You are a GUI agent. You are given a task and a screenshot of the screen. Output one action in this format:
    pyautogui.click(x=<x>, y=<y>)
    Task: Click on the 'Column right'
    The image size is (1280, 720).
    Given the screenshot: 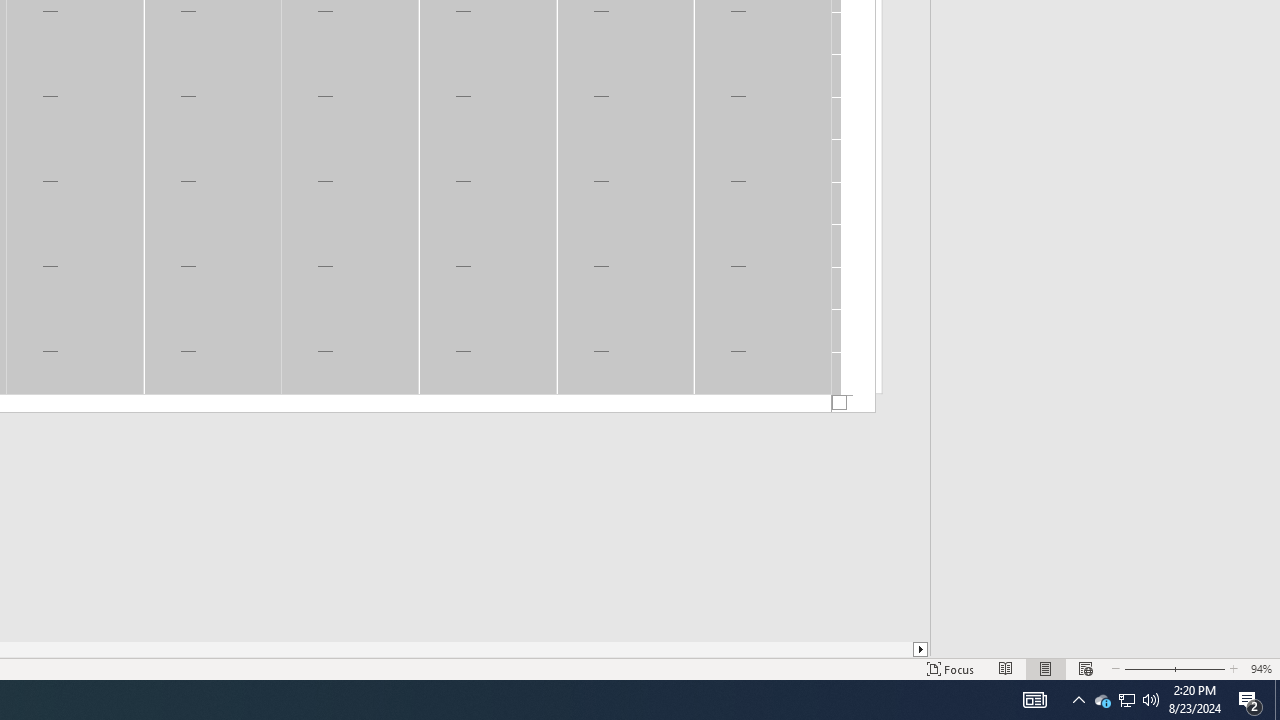 What is the action you would take?
    pyautogui.click(x=920, y=649)
    